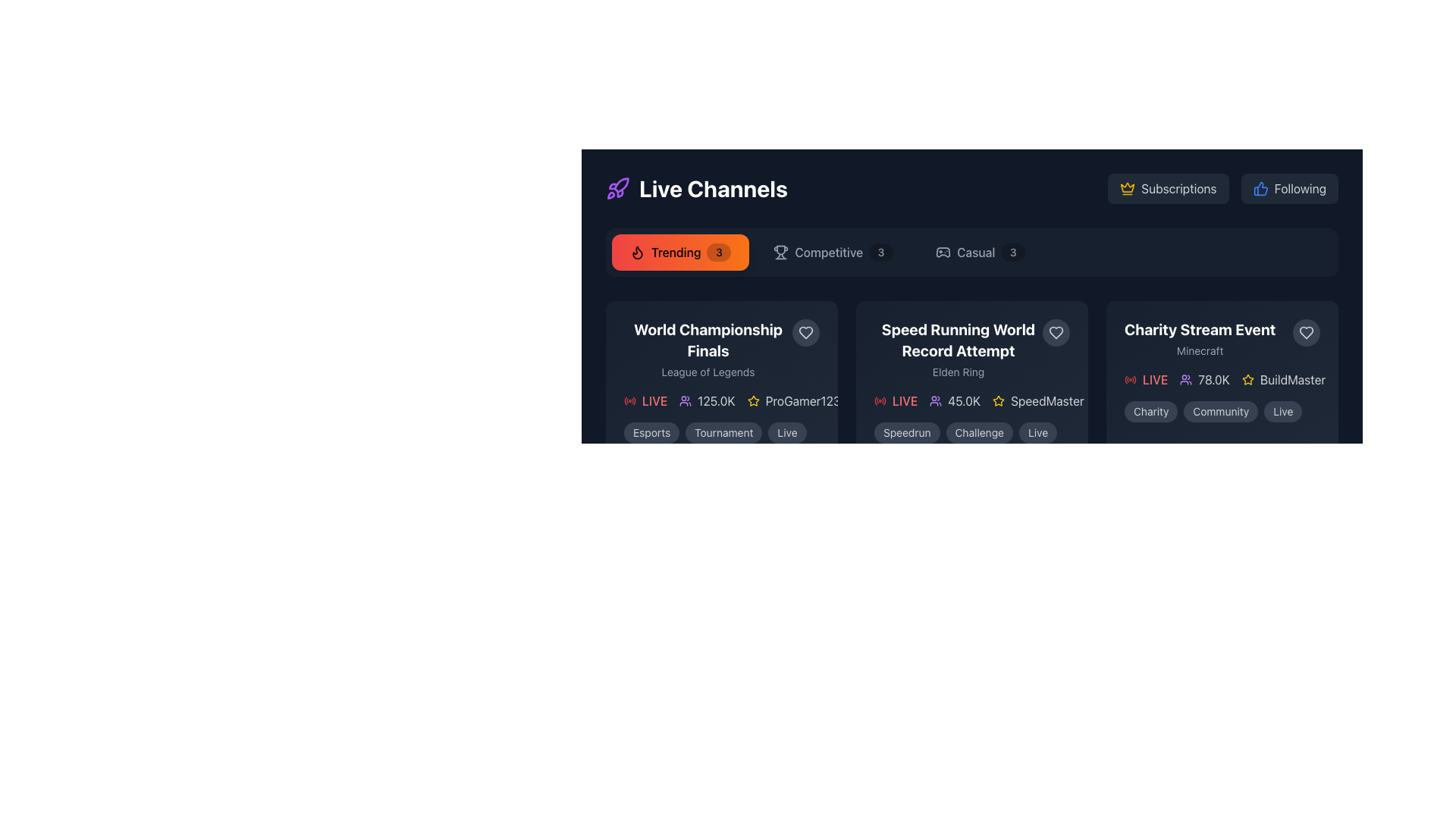 The height and width of the screenshot is (819, 1456). I want to click on the heart icon located at the top-right corner of the 'Speed Running World Record Attempt' channel card, so click(805, 332).